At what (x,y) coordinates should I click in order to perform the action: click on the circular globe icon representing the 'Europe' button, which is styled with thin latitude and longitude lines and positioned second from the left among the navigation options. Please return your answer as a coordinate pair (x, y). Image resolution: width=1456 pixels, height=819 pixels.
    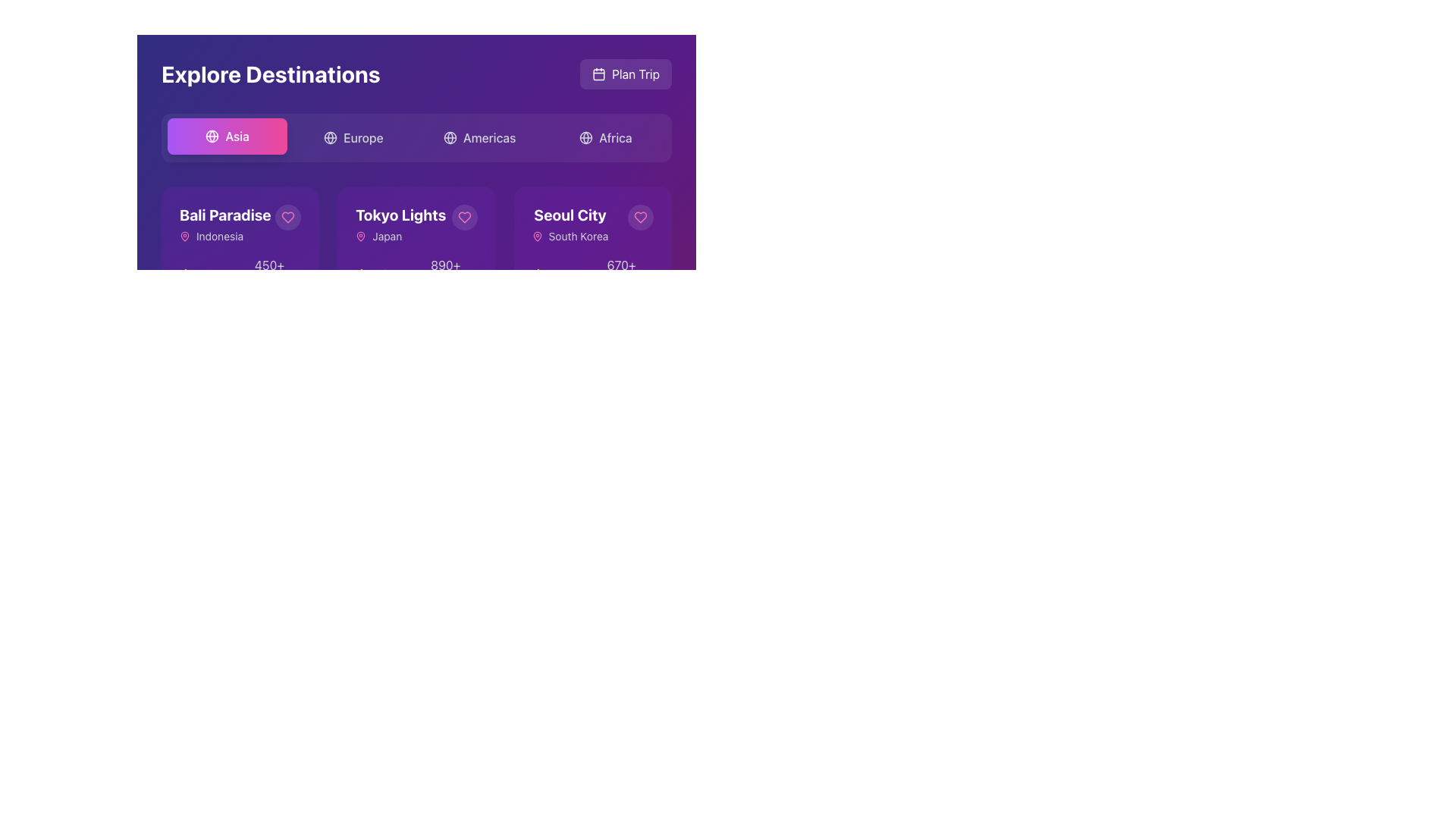
    Looking at the image, I should click on (330, 137).